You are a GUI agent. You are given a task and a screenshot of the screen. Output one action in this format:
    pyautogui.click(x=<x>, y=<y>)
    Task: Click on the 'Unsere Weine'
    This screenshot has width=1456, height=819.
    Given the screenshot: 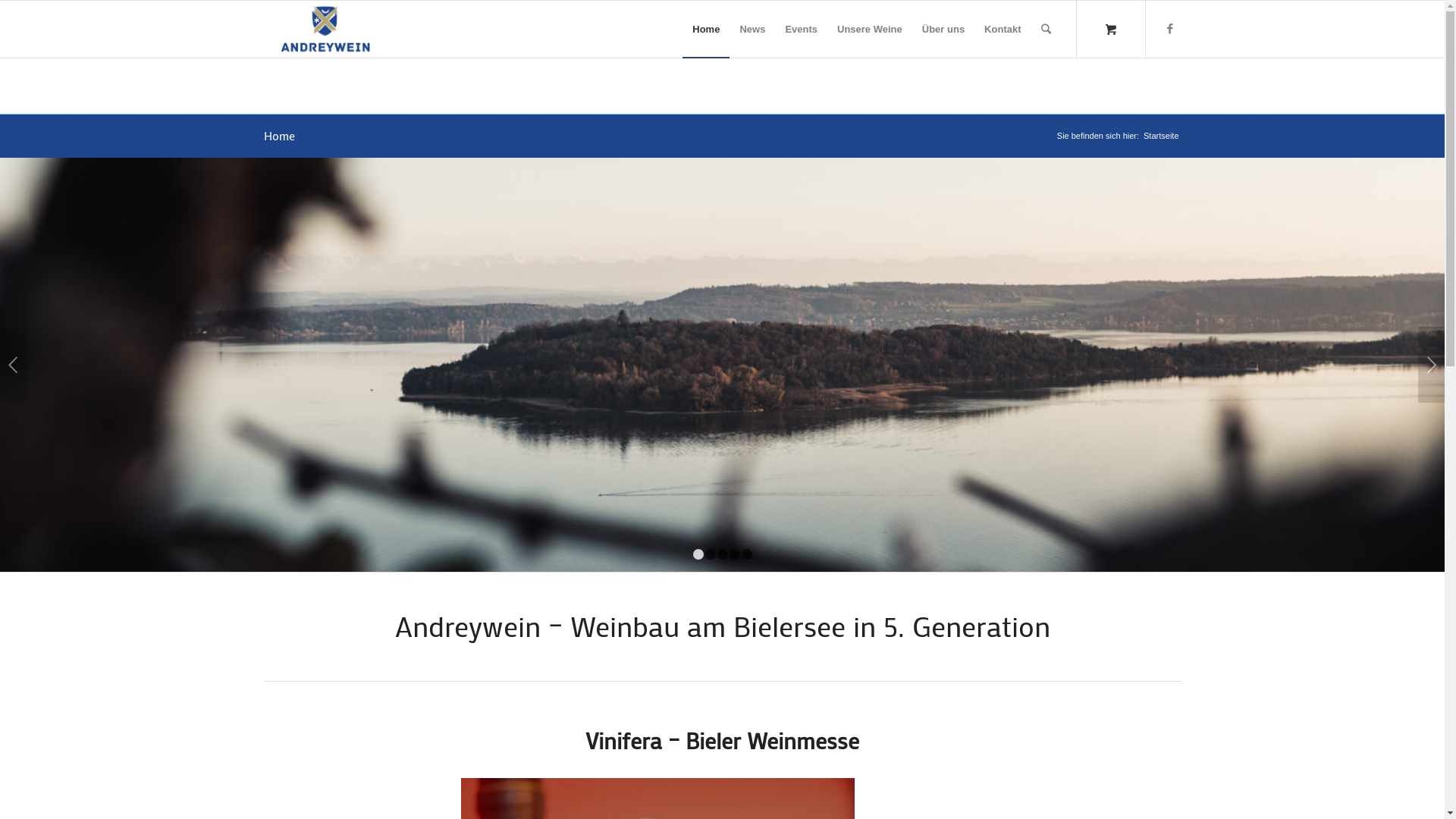 What is the action you would take?
    pyautogui.click(x=870, y=29)
    